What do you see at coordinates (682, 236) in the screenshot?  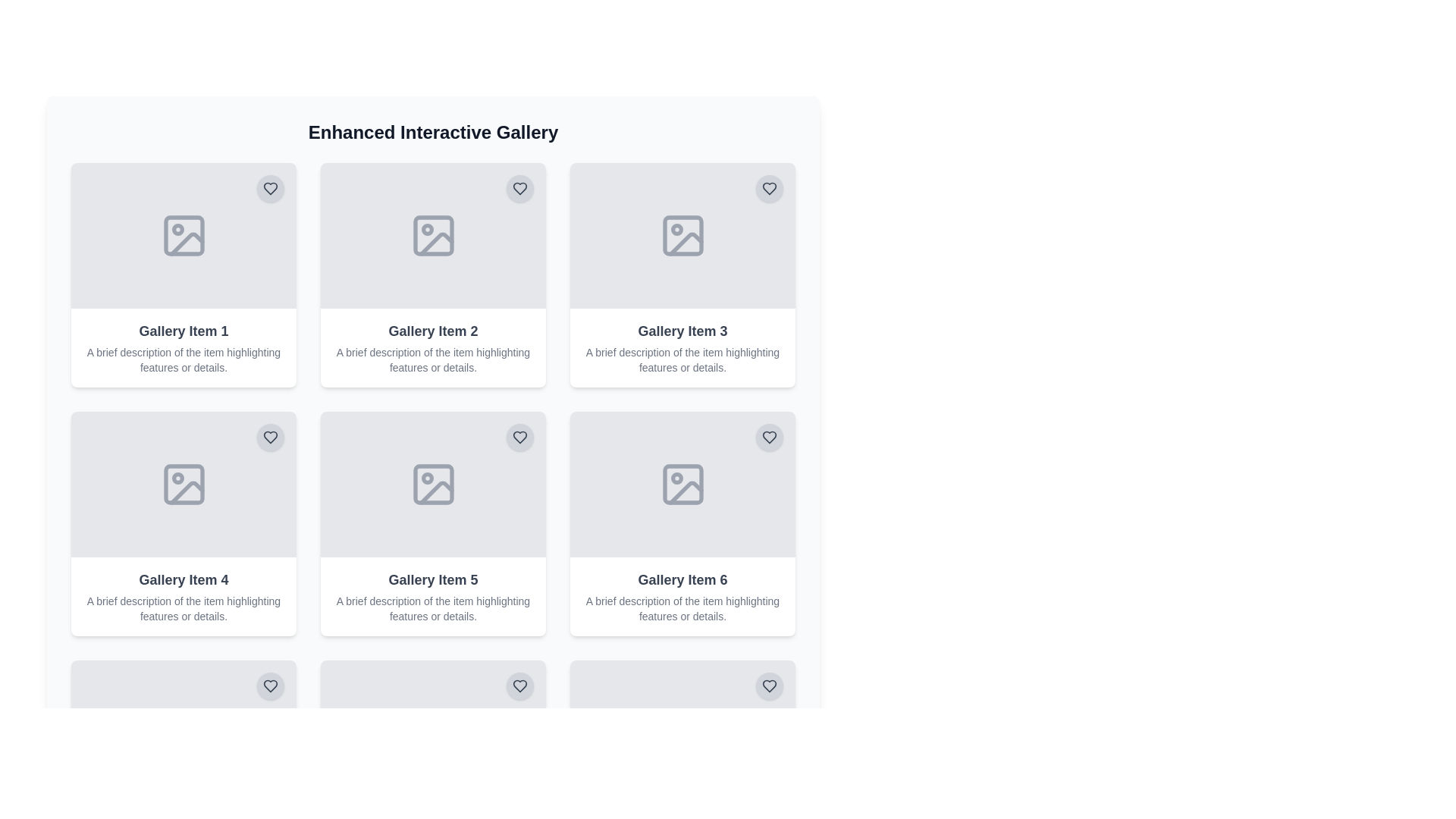 I see `the decorative outline component, which is a square outline with rounded corners, part of the icon for 'Gallery Item 3'` at bounding box center [682, 236].